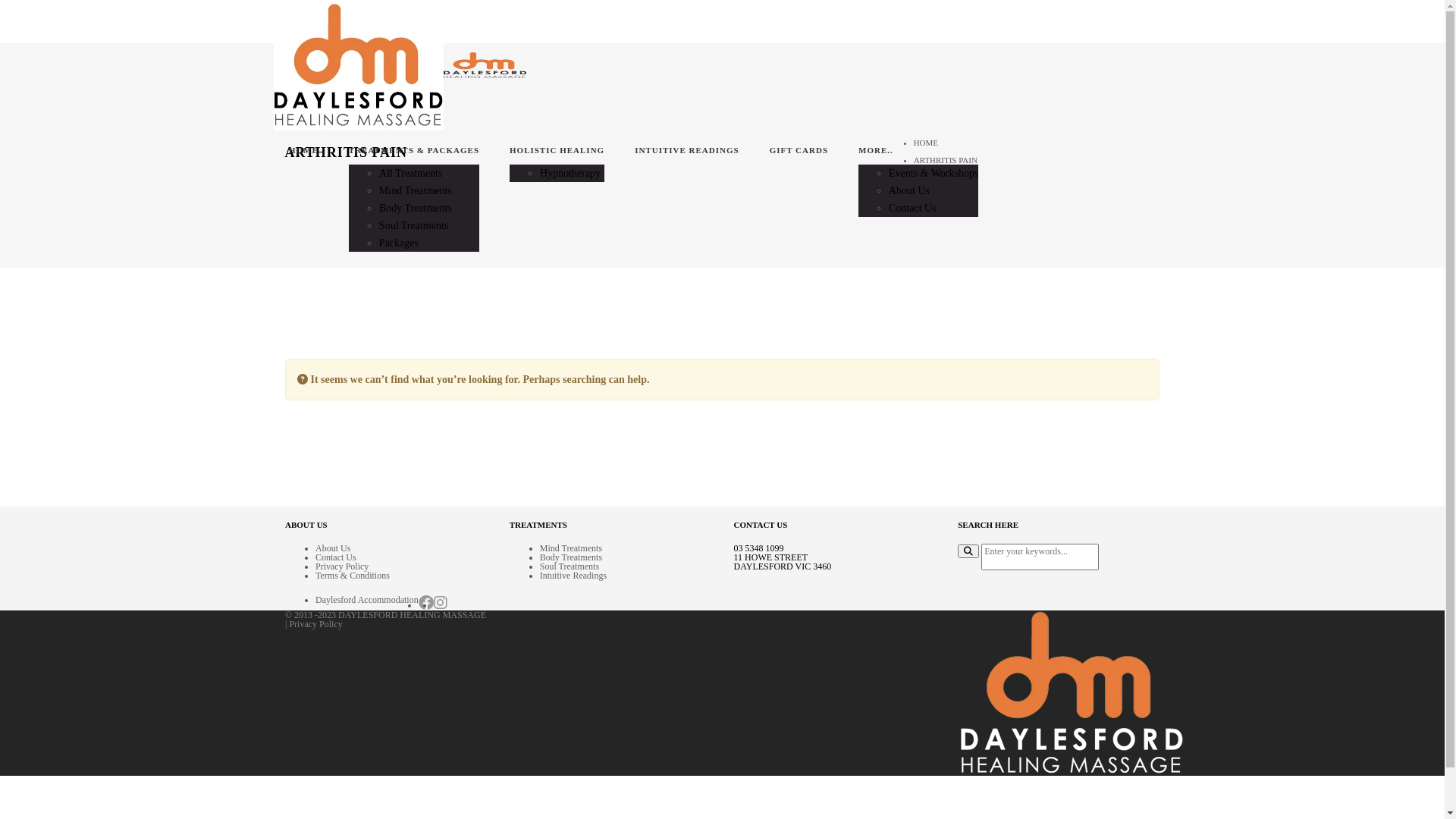 This screenshot has width=1456, height=819. Describe the element at coordinates (568, 566) in the screenshot. I see `'Soul Treatments'` at that location.